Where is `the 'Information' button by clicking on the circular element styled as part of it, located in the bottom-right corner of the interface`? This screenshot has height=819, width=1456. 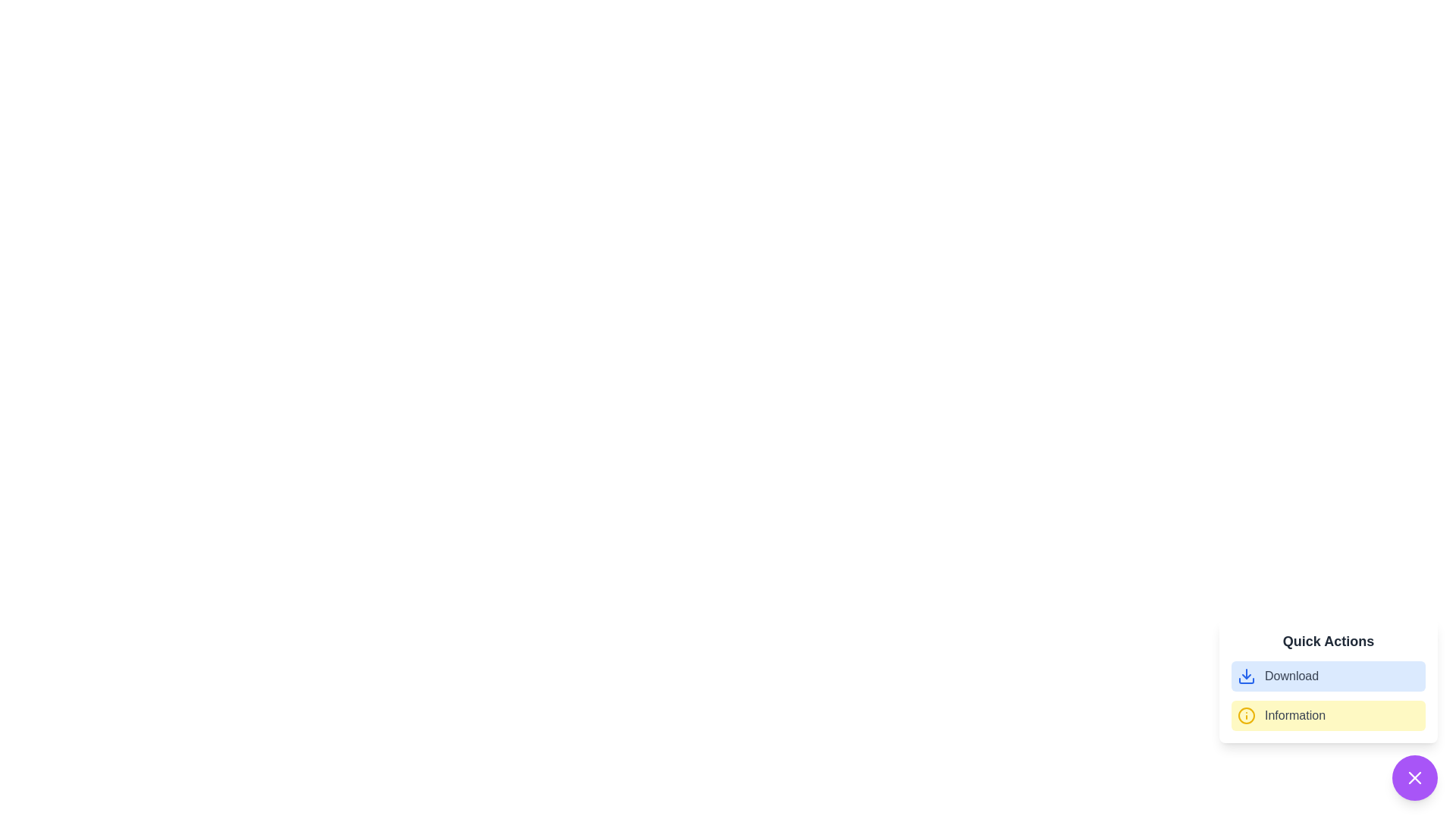 the 'Information' button by clicking on the circular element styled as part of it, located in the bottom-right corner of the interface is located at coordinates (1246, 716).